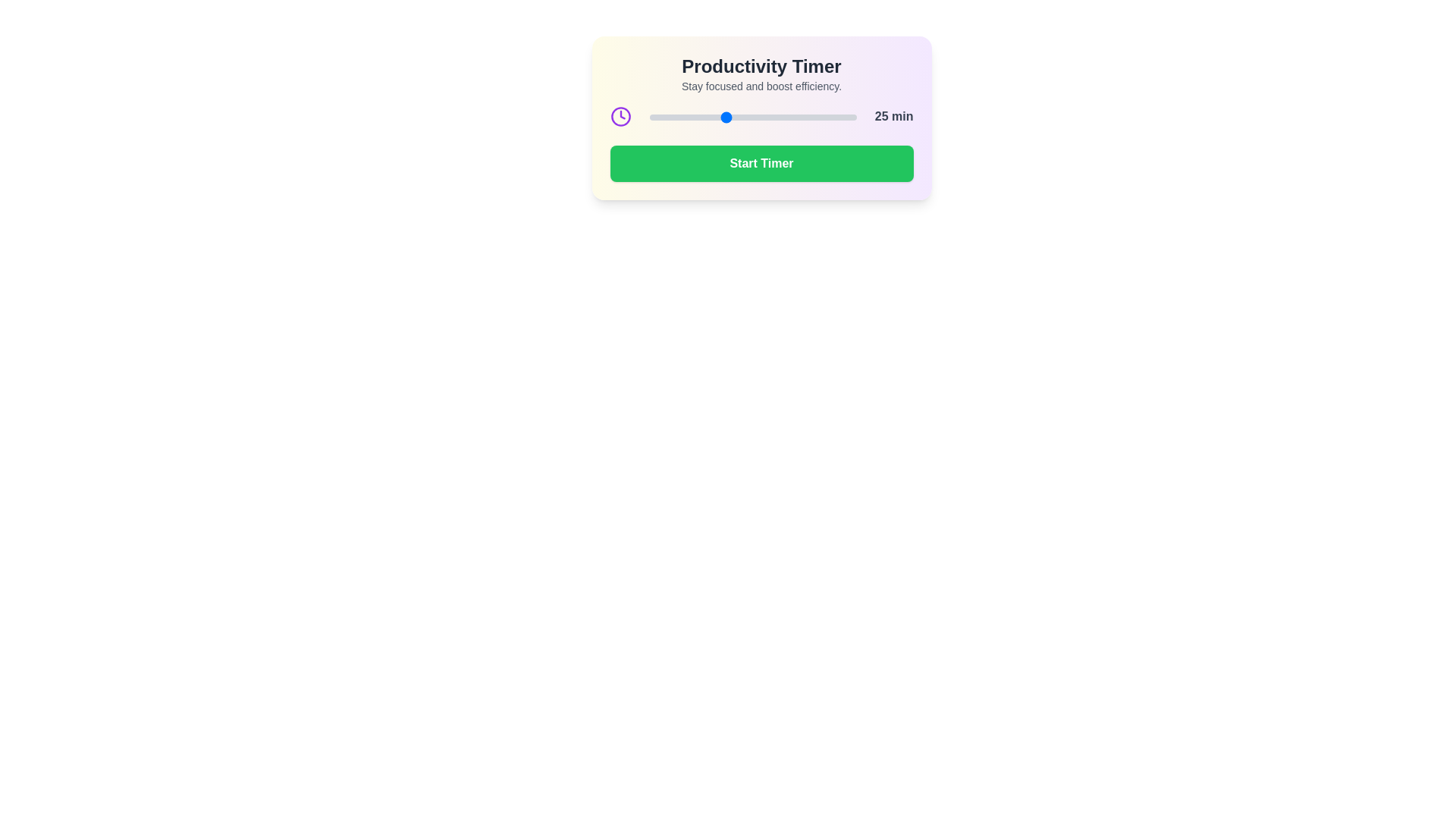 Image resolution: width=1456 pixels, height=819 pixels. What do you see at coordinates (657, 116) in the screenshot?
I see `the timer slider to 7 minutes` at bounding box center [657, 116].